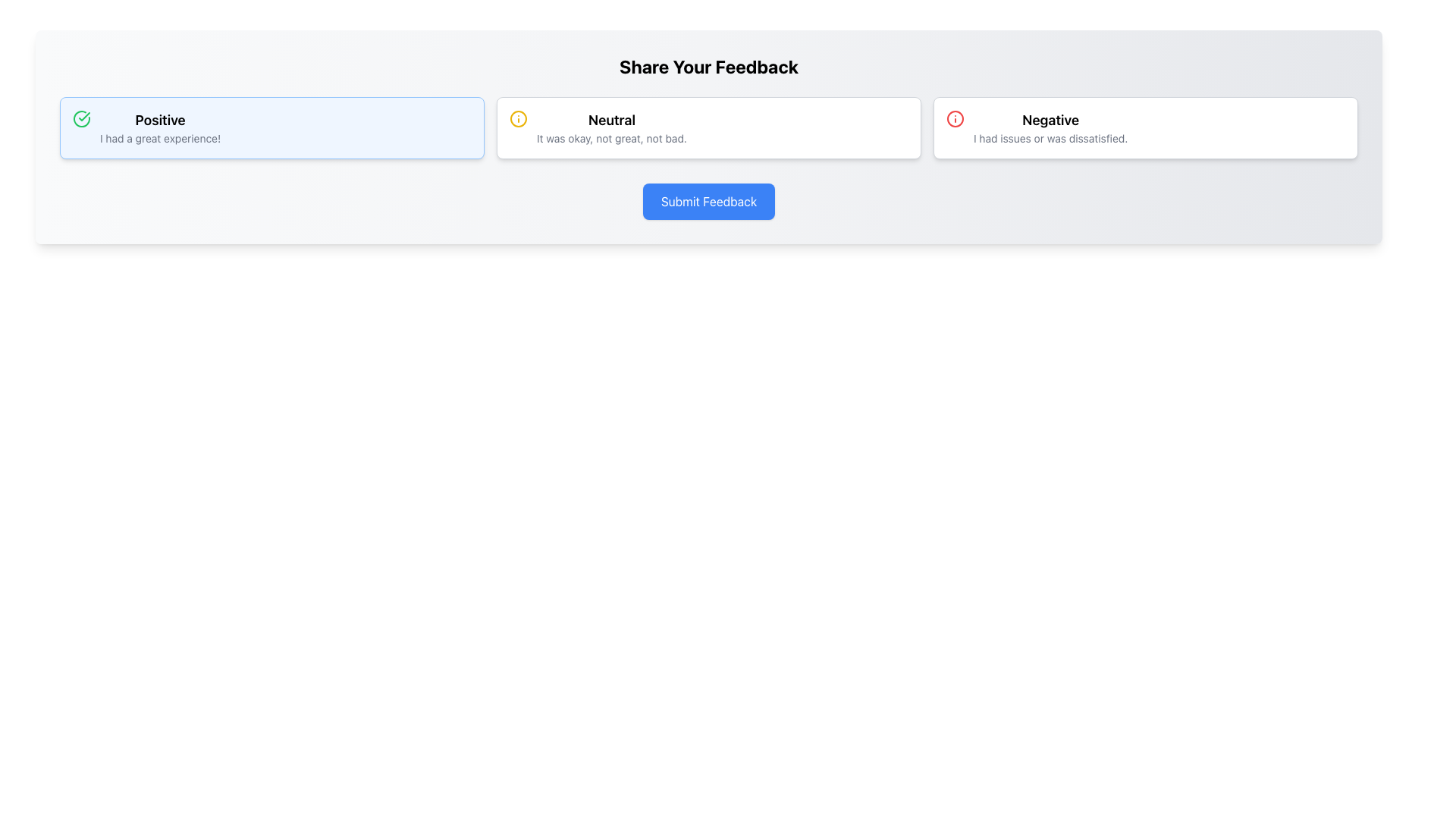 Image resolution: width=1456 pixels, height=819 pixels. What do you see at coordinates (708, 127) in the screenshot?
I see `the 'Neutral' feedback option selection button, which is the middle button in a group of three feedback options` at bounding box center [708, 127].